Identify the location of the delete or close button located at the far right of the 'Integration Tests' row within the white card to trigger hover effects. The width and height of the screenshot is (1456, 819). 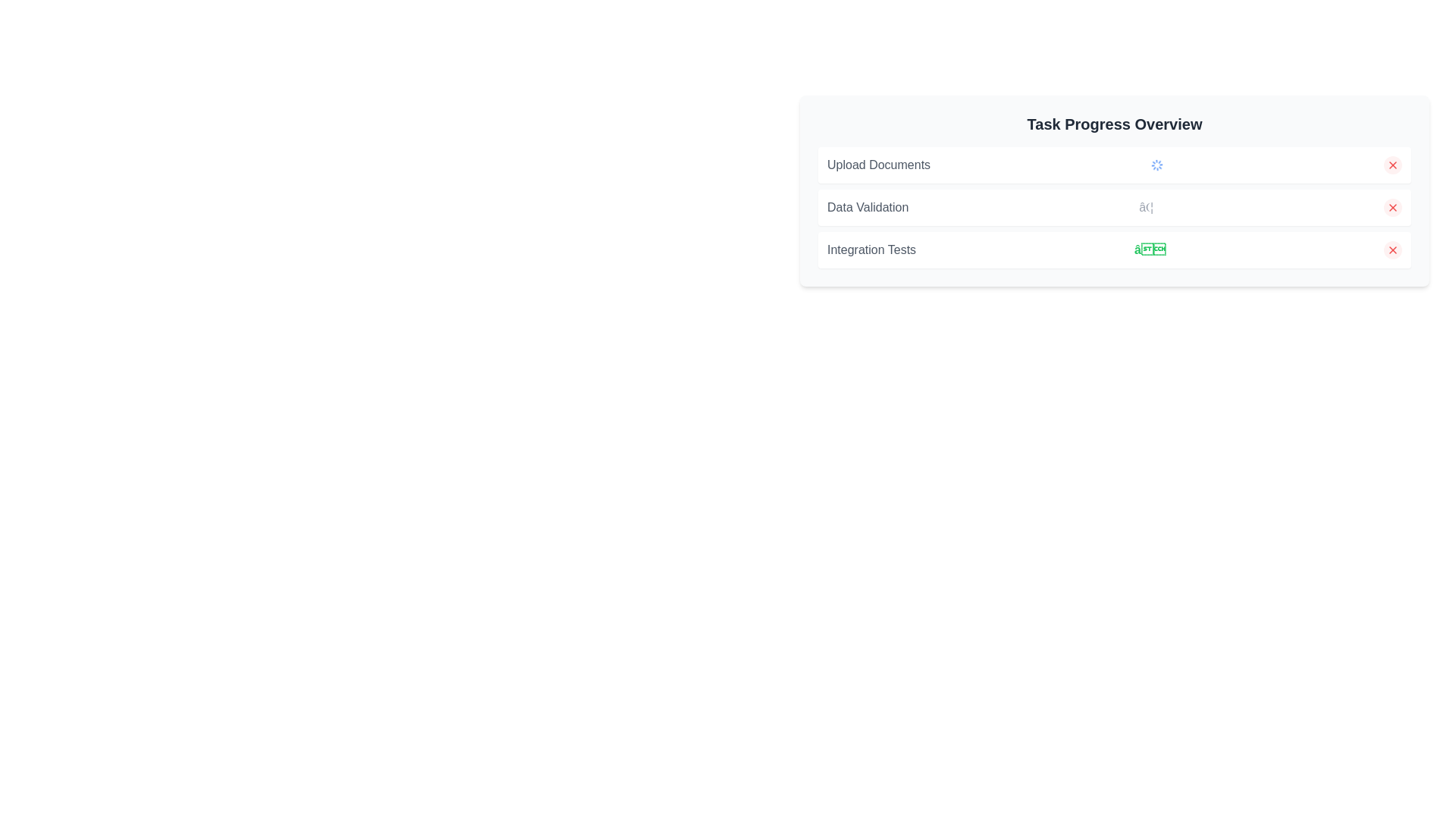
(1393, 249).